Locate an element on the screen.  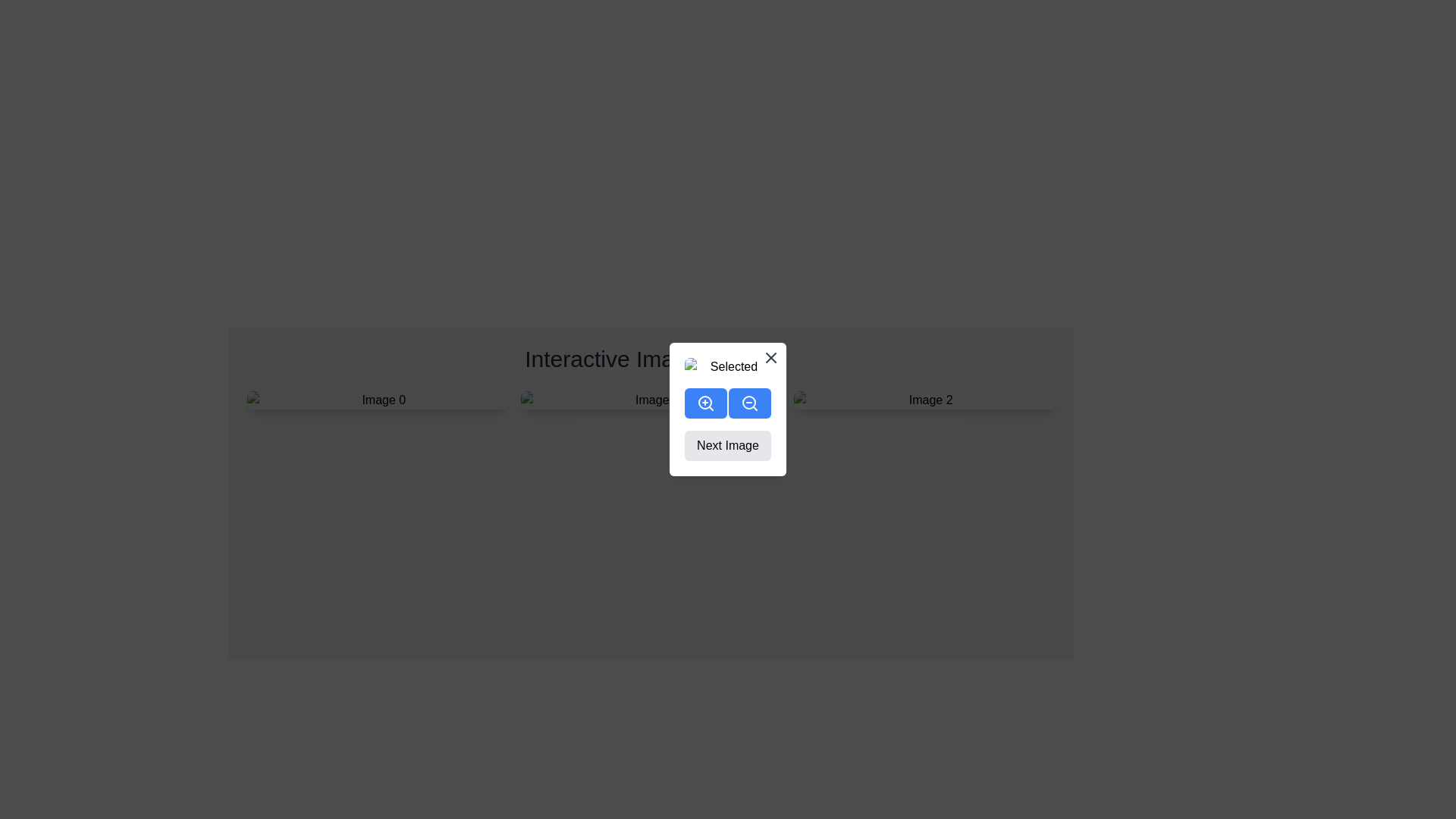
the first square button with a bright blue background and a white round magnifying glass icon featuring a plus symbol inside is located at coordinates (705, 403).